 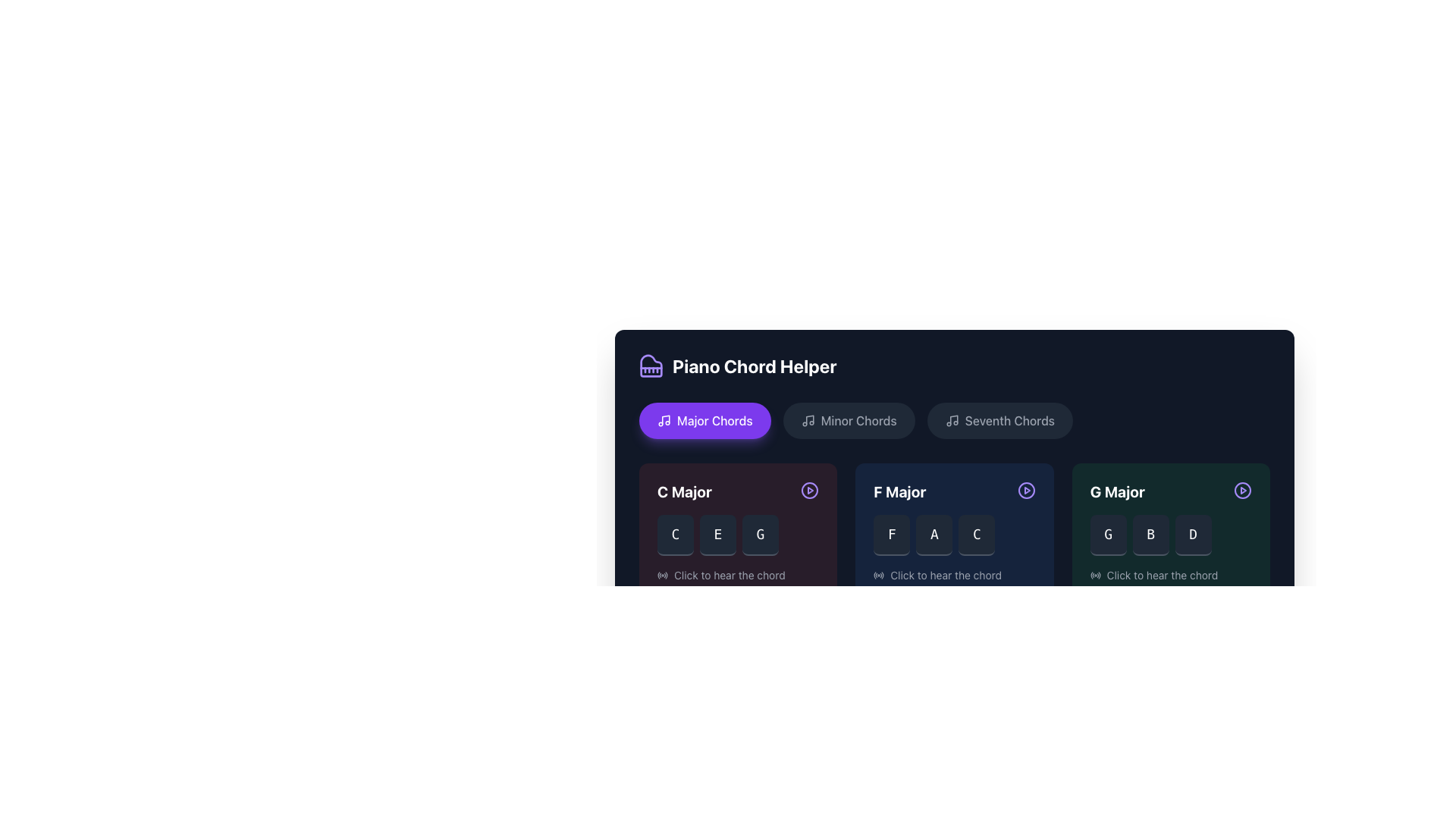 What do you see at coordinates (1192, 534) in the screenshot?
I see `the musical note button in the 'G Major' group, which is the third button in a horizontal sequence of three, located to the right of the 'G' and 'B' buttons` at bounding box center [1192, 534].